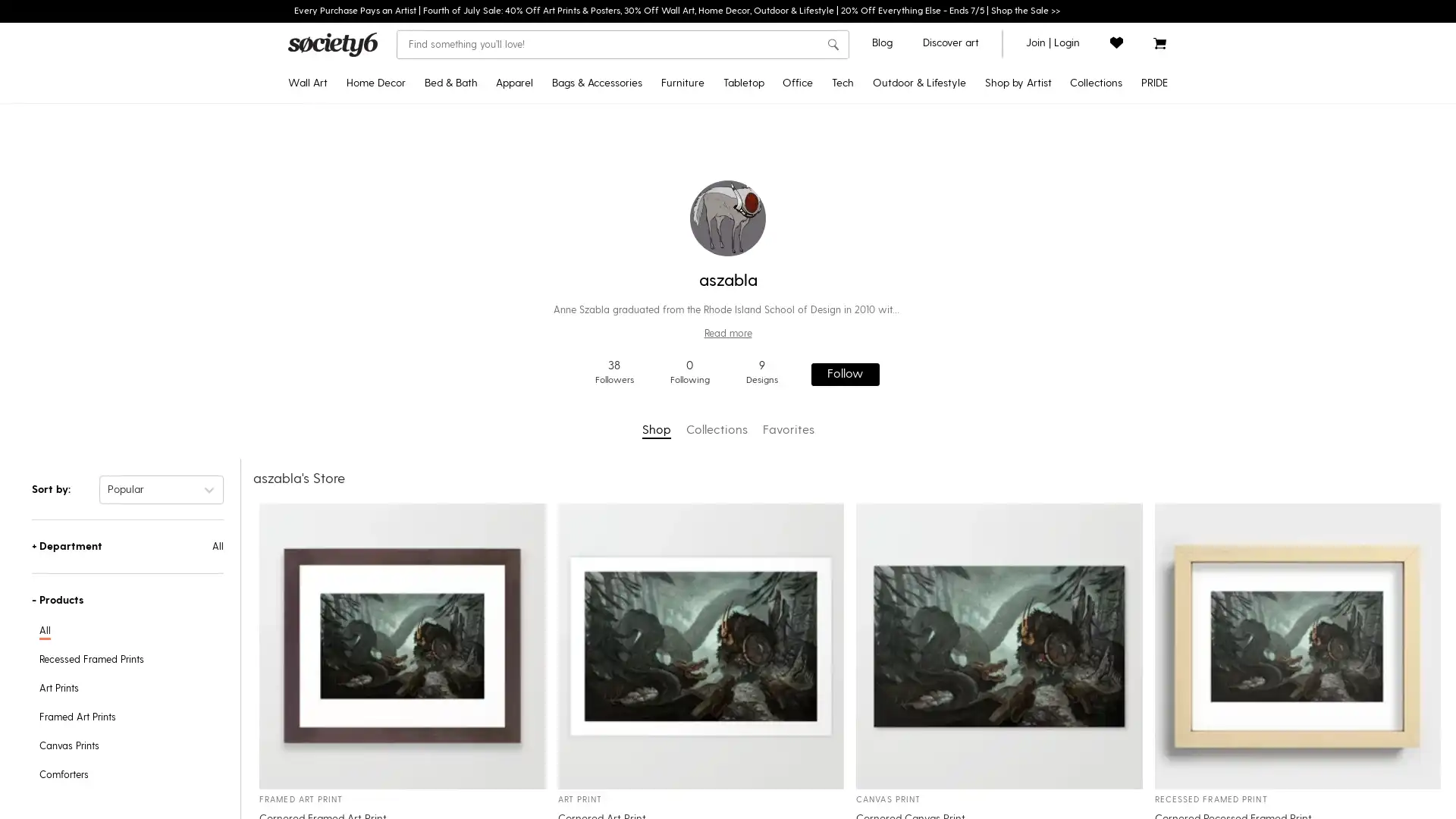  Describe the element at coordinates (356, 390) in the screenshot. I see `Mini Art Prints` at that location.